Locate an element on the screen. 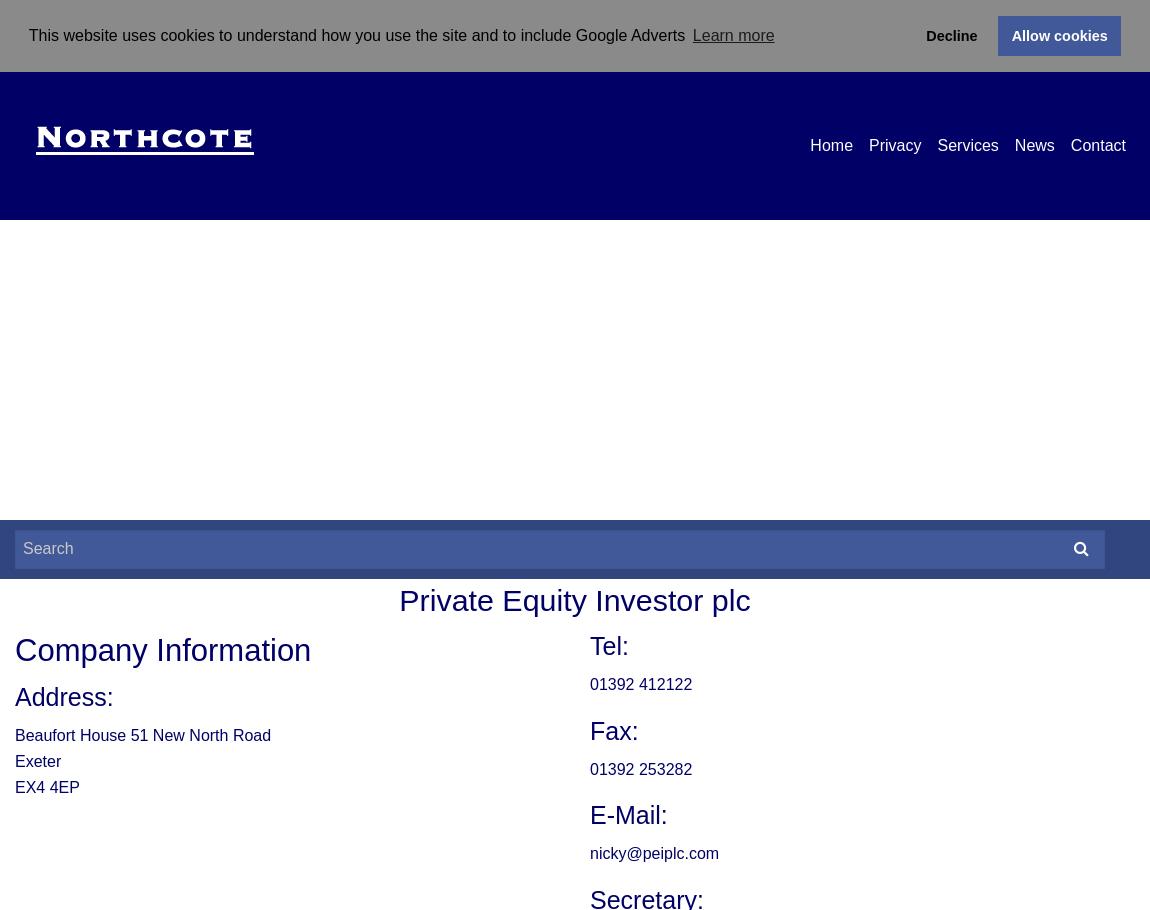 The height and width of the screenshot is (910, 1150). 'Home' is located at coordinates (830, 143).